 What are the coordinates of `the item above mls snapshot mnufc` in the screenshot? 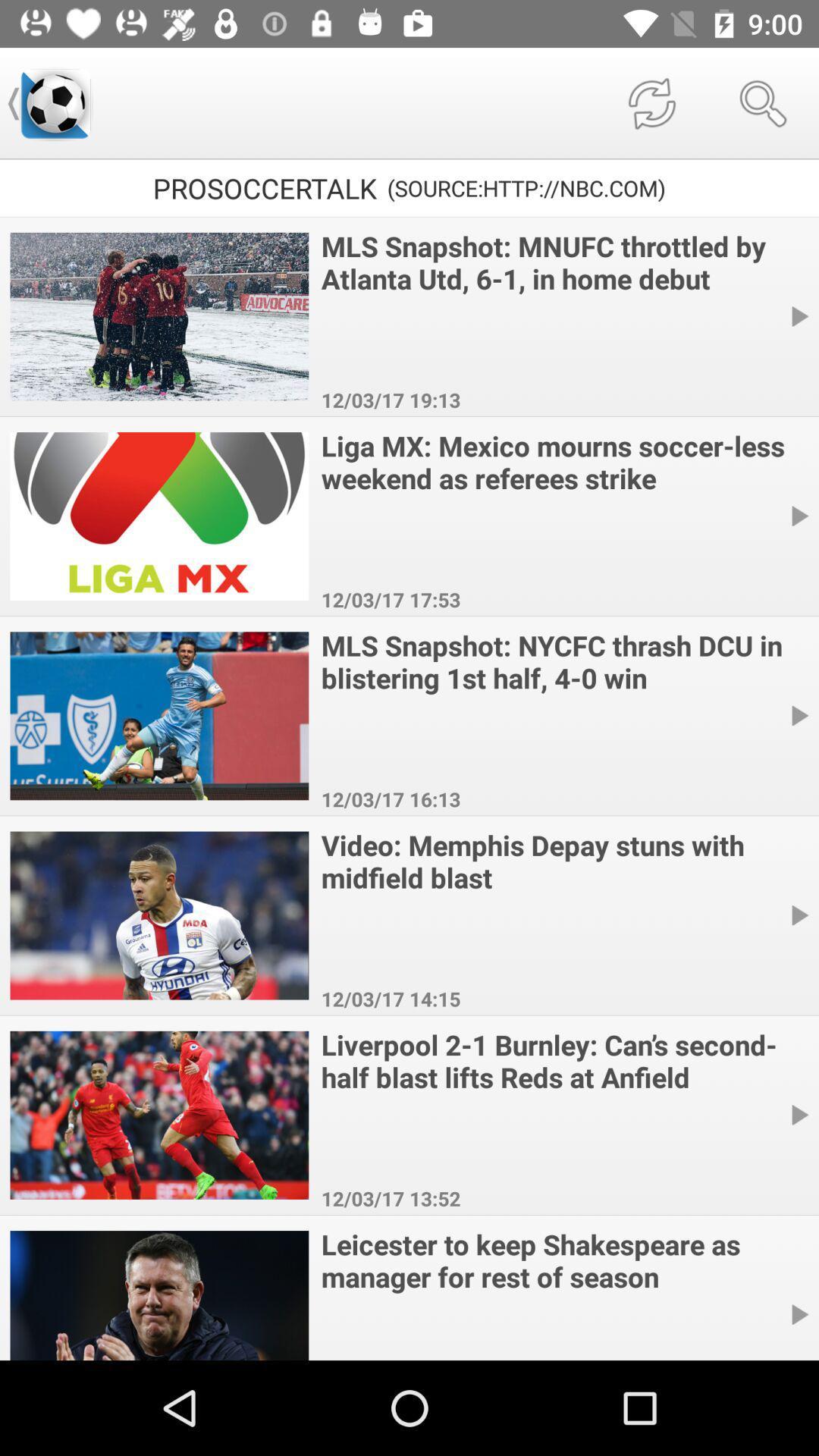 It's located at (763, 102).